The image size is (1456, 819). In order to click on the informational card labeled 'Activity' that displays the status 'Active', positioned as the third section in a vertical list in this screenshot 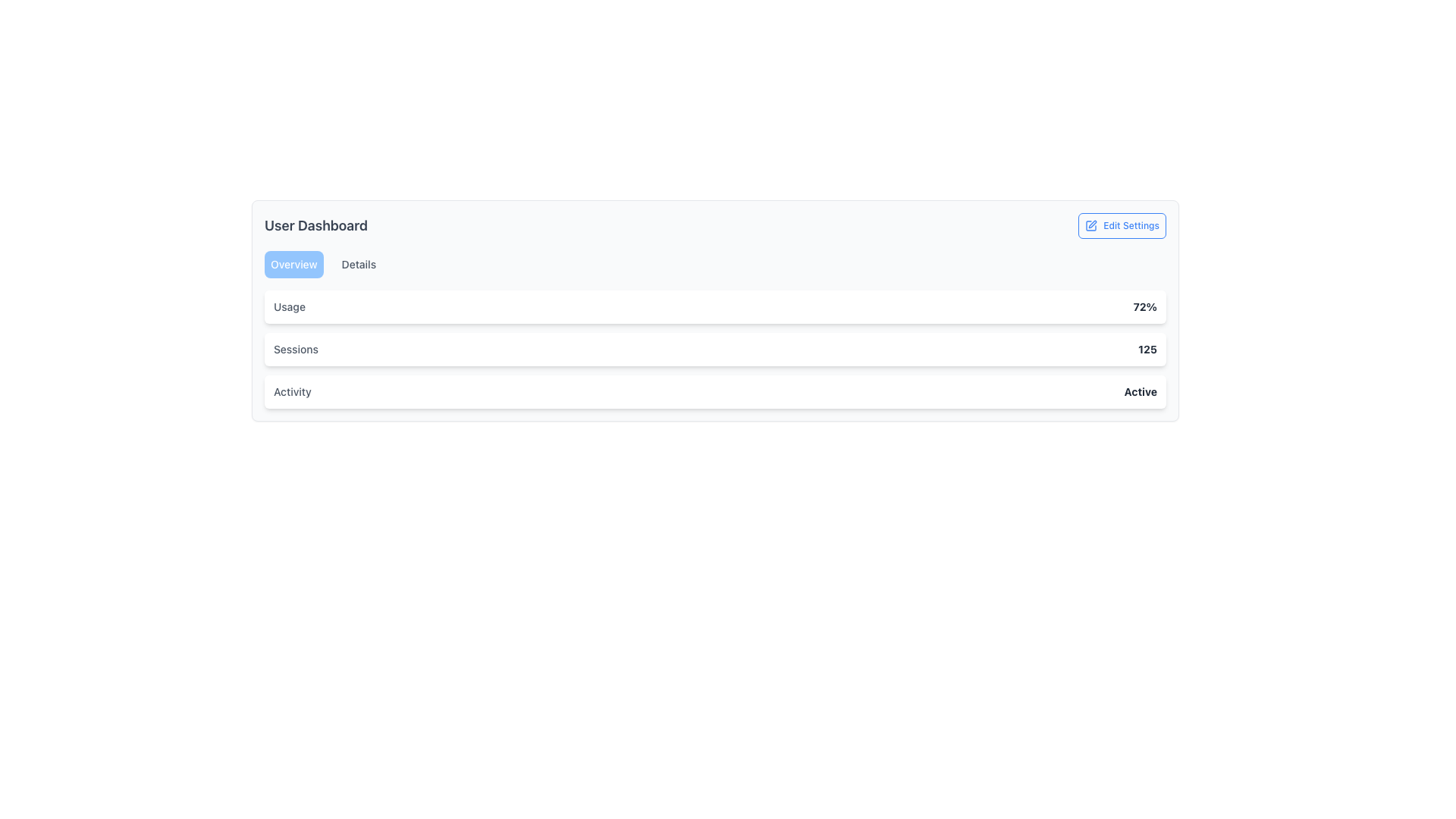, I will do `click(714, 391)`.